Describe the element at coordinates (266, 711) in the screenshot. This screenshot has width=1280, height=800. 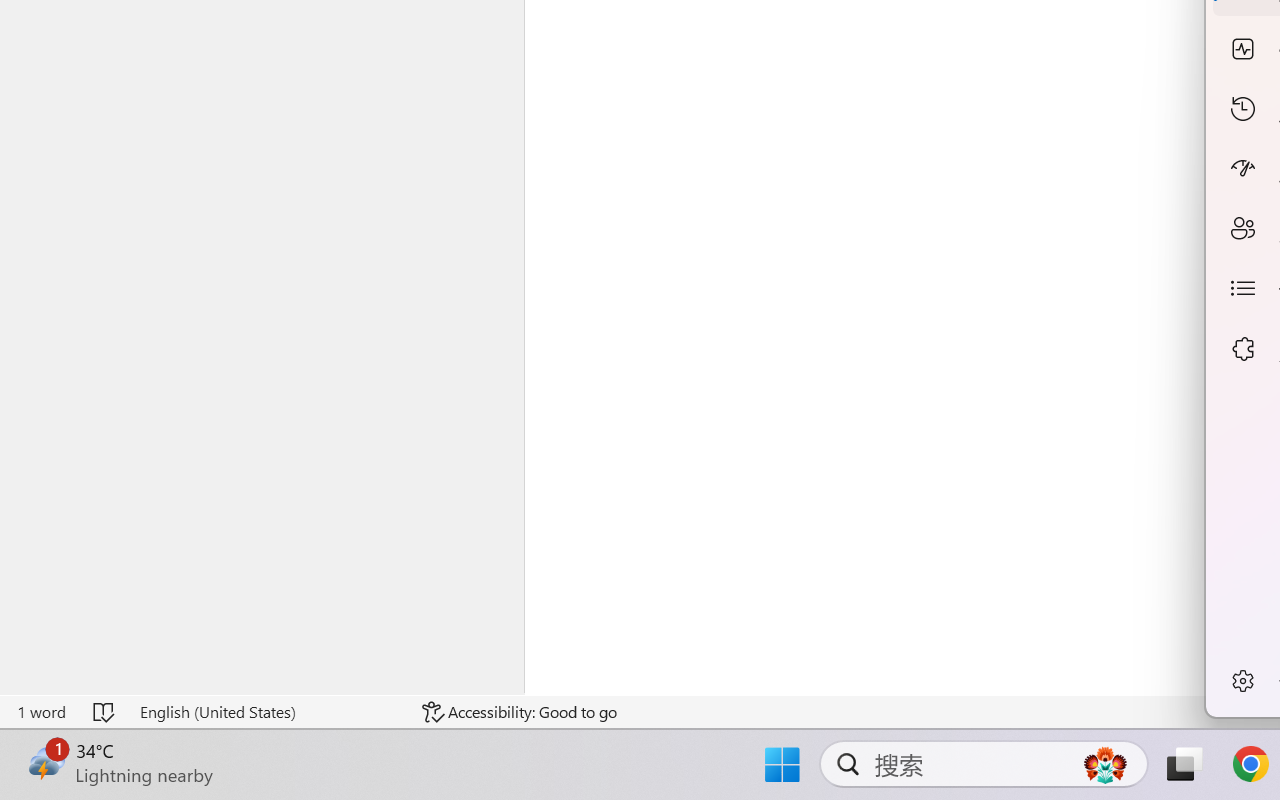
I see `'Language English (United States)'` at that location.